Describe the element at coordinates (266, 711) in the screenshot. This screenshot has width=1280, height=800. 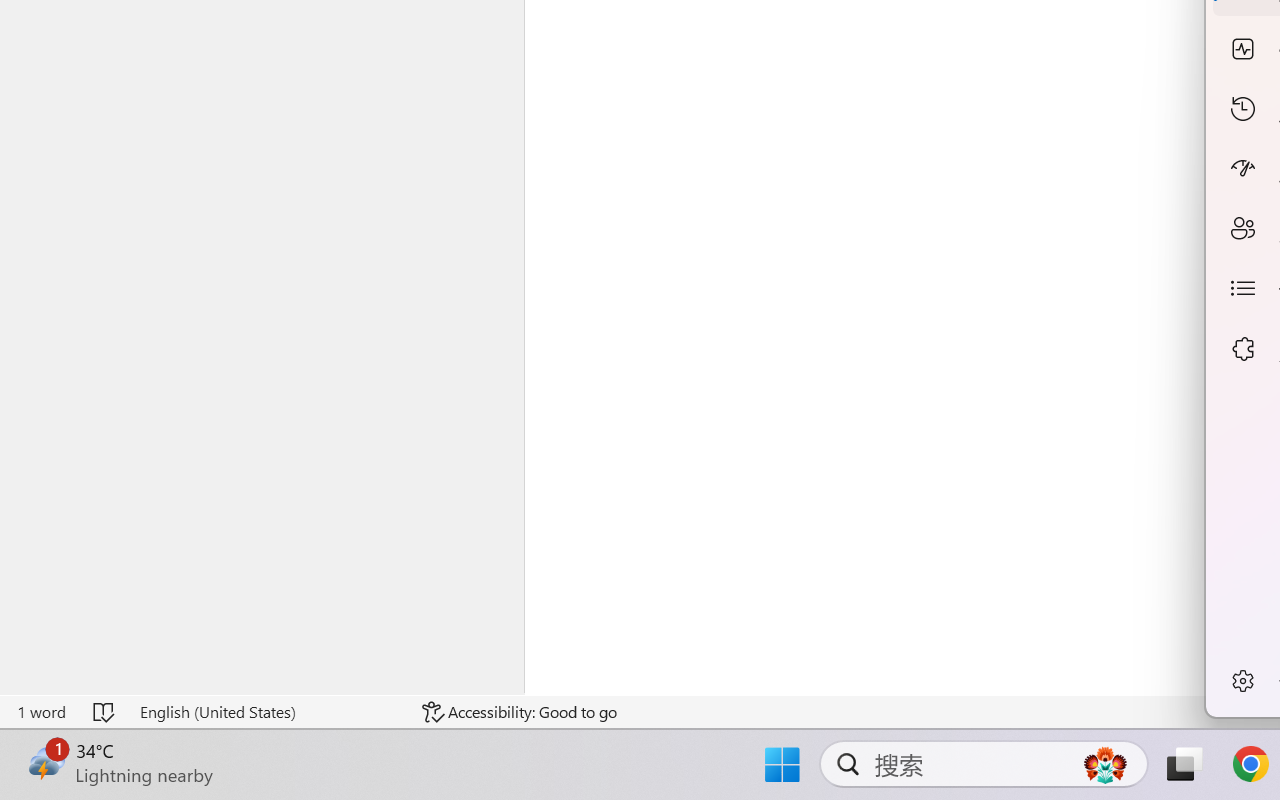
I see `'Language English (United States)'` at that location.